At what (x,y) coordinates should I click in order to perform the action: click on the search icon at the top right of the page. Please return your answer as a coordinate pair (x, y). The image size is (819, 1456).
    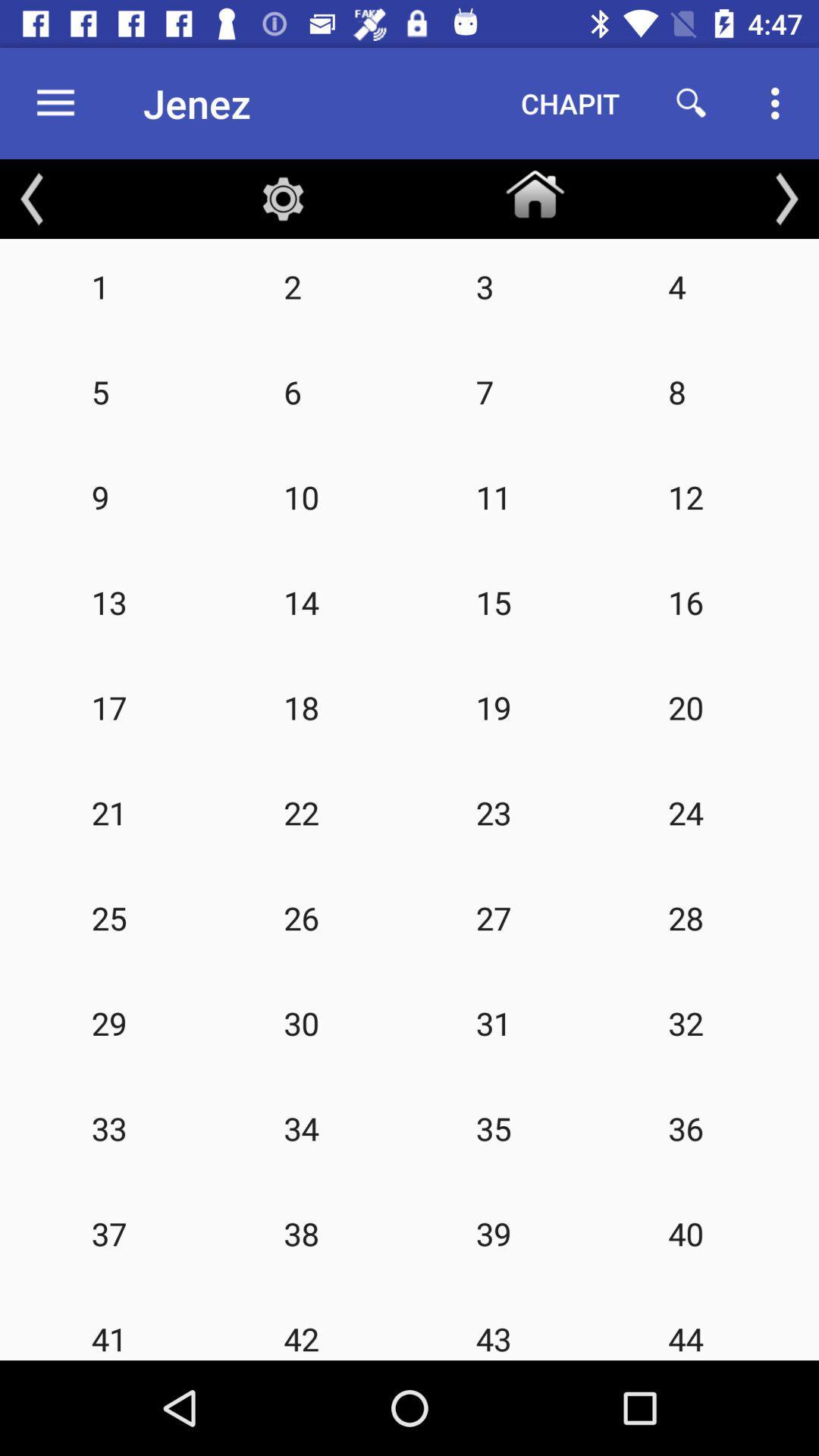
    Looking at the image, I should click on (691, 103).